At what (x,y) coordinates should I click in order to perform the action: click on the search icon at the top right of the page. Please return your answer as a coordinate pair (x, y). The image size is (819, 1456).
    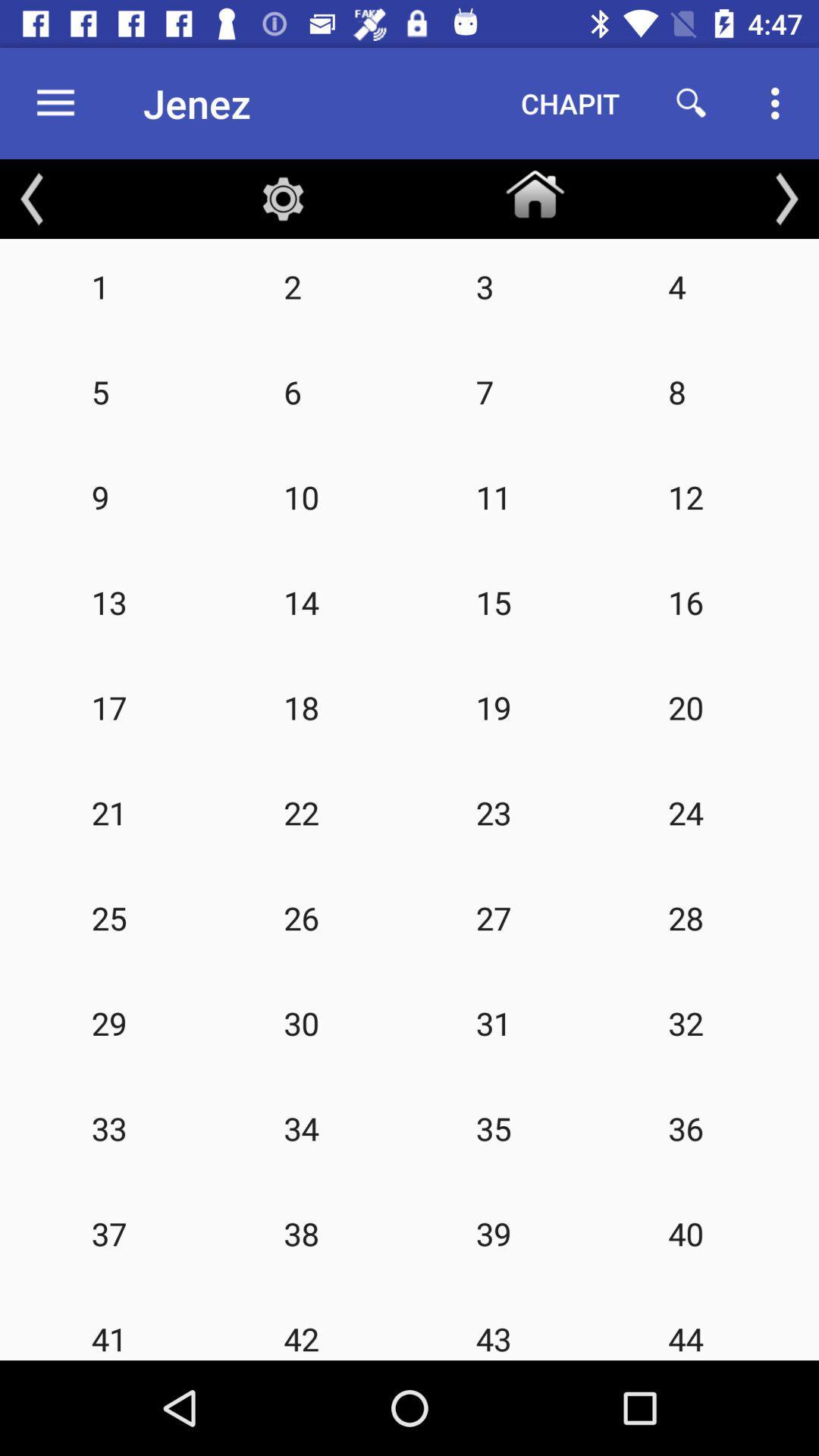
    Looking at the image, I should click on (691, 103).